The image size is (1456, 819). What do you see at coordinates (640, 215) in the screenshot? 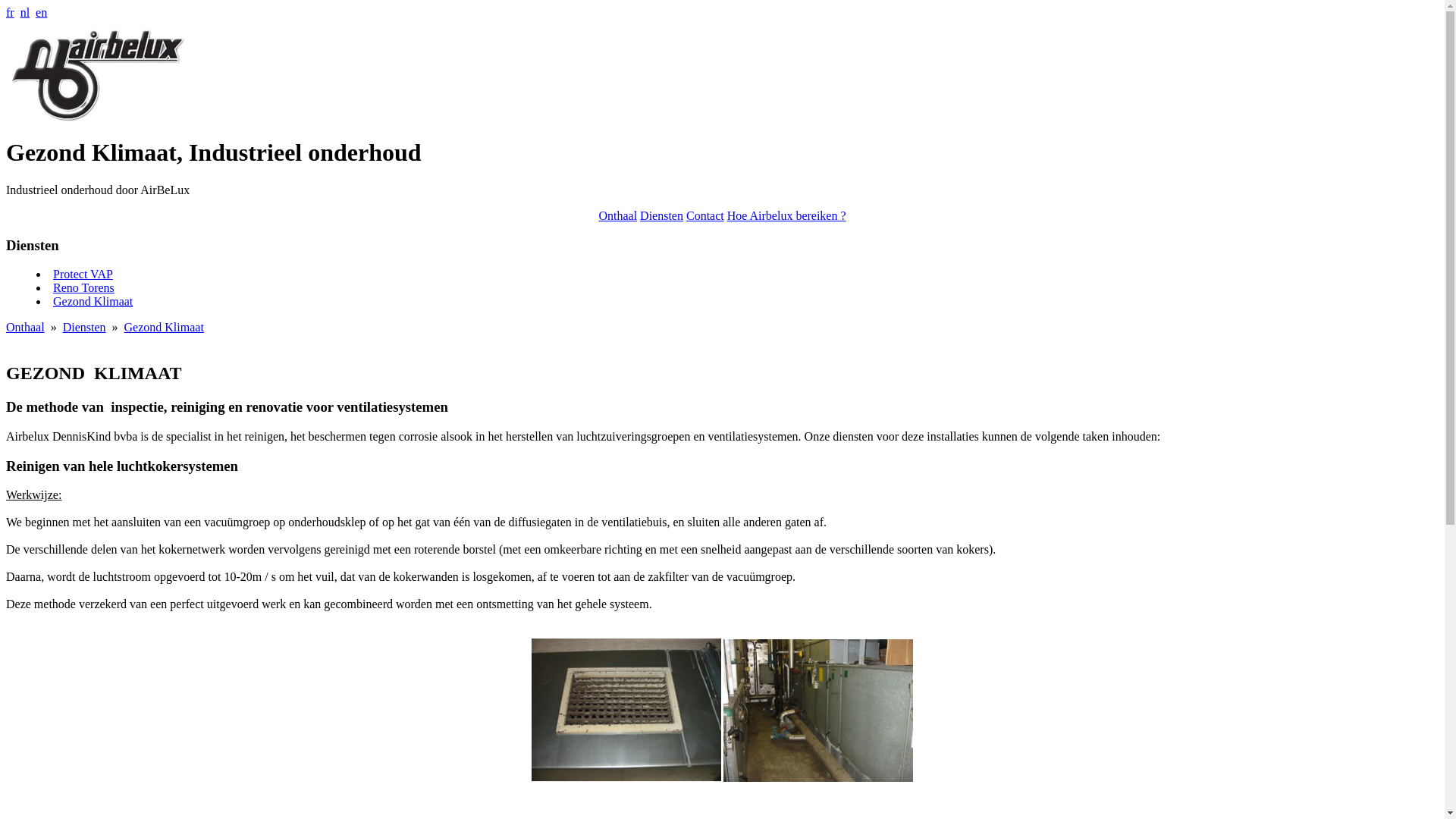
I see `'Diensten'` at bounding box center [640, 215].